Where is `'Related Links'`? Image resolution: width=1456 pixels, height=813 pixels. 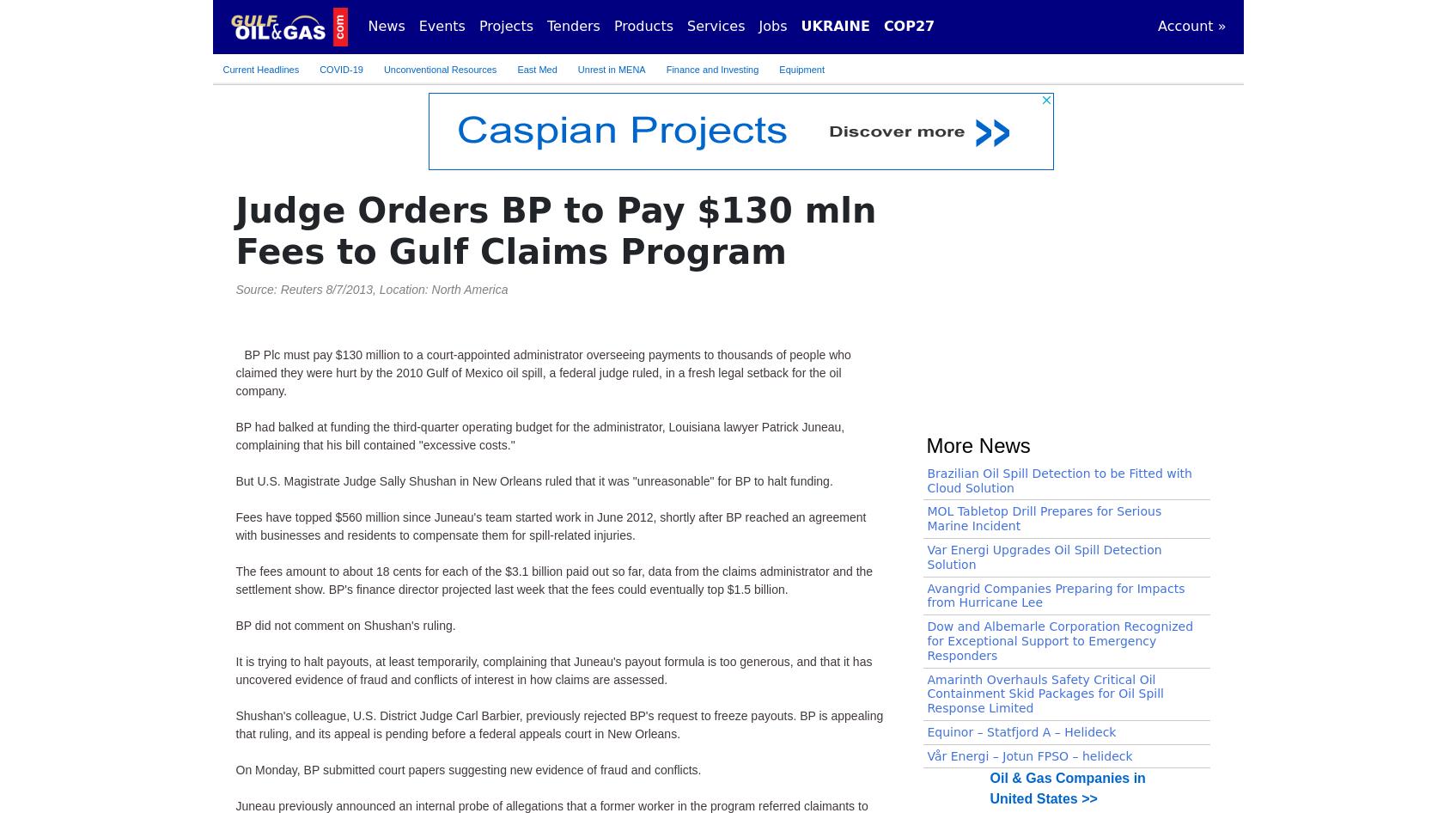 'Related Links' is located at coordinates (987, 170).